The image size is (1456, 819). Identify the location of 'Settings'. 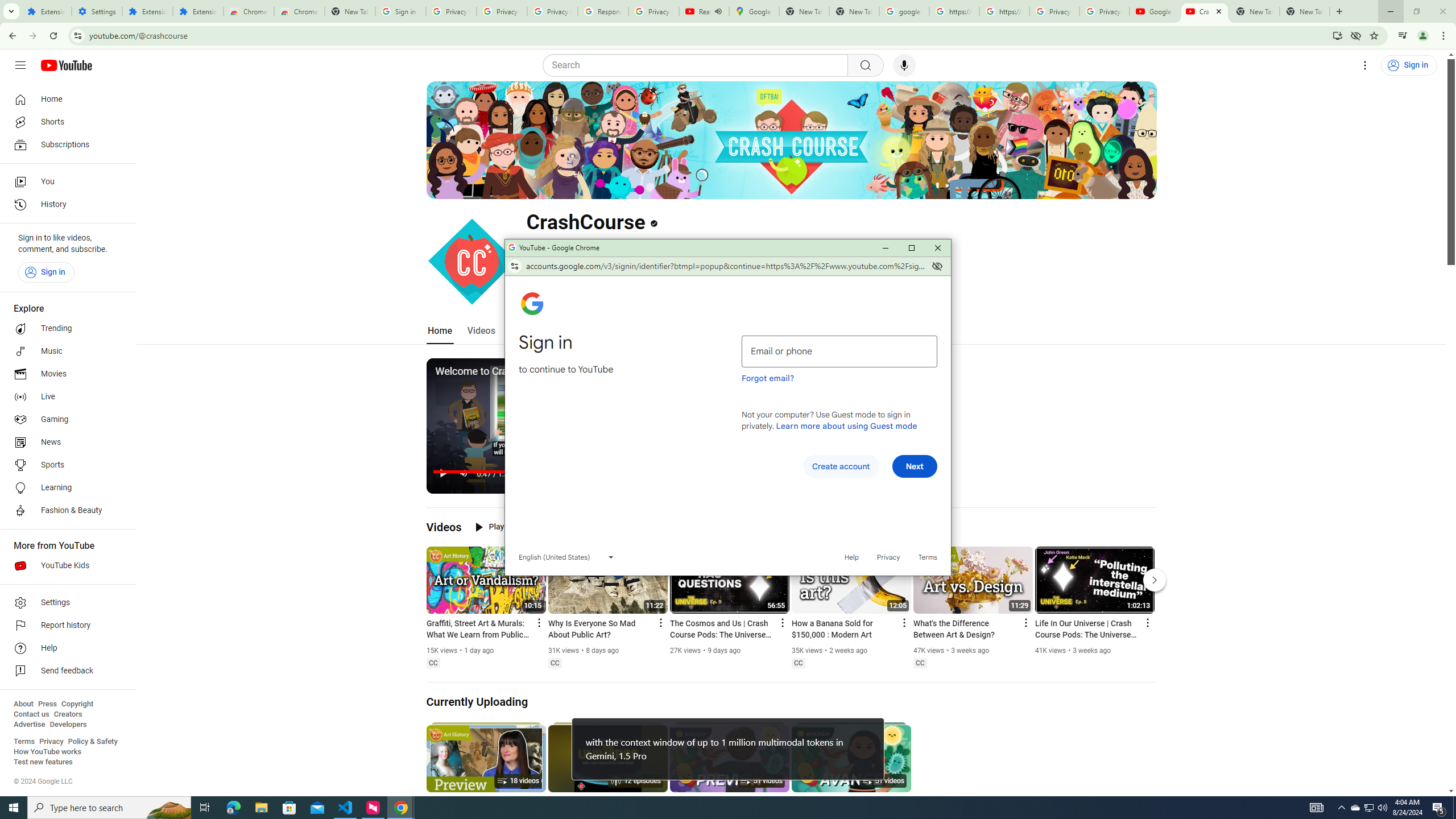
(64, 602).